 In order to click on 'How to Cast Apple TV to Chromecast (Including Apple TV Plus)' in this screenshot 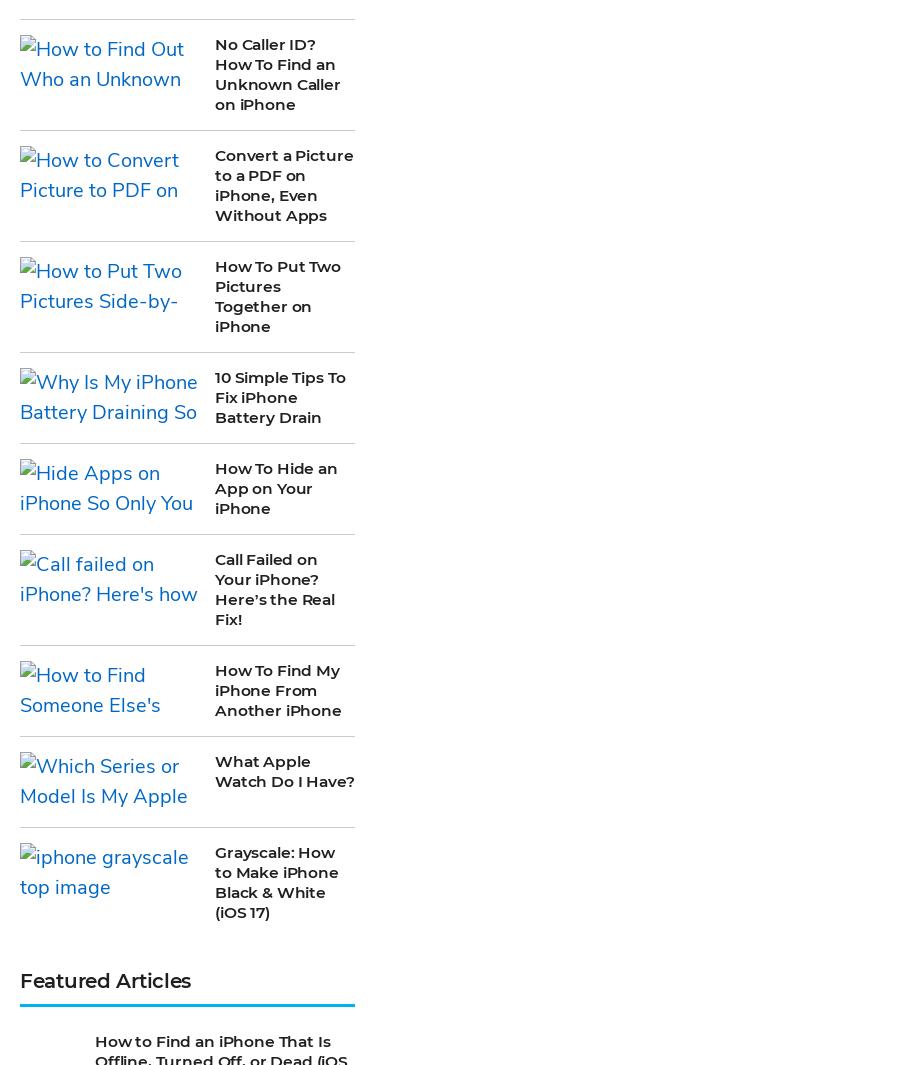, I will do `click(95, 746)`.